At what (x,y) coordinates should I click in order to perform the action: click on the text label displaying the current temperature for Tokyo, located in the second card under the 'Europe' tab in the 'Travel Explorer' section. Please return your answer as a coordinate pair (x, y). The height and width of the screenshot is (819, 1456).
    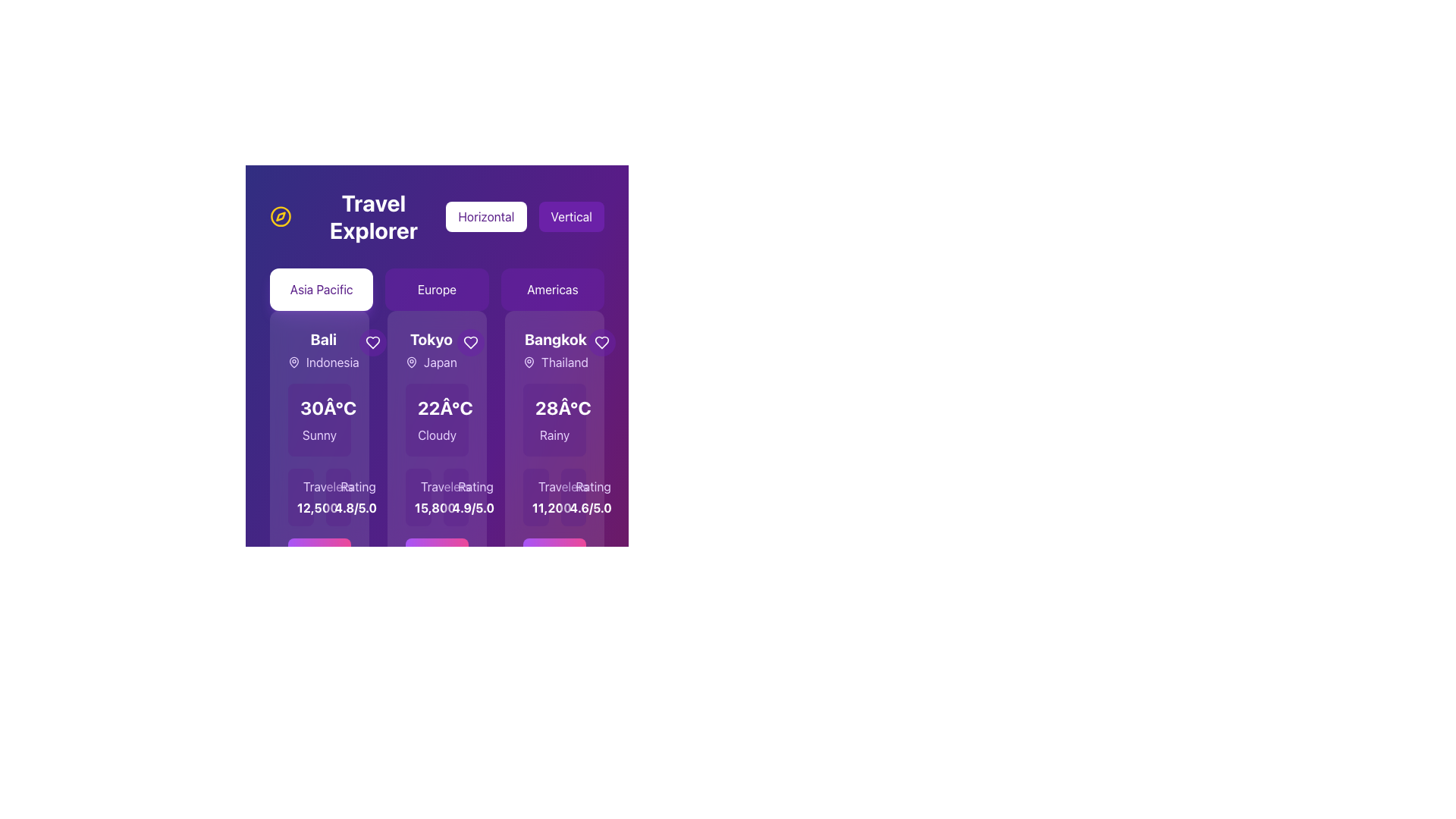
    Looking at the image, I should click on (444, 406).